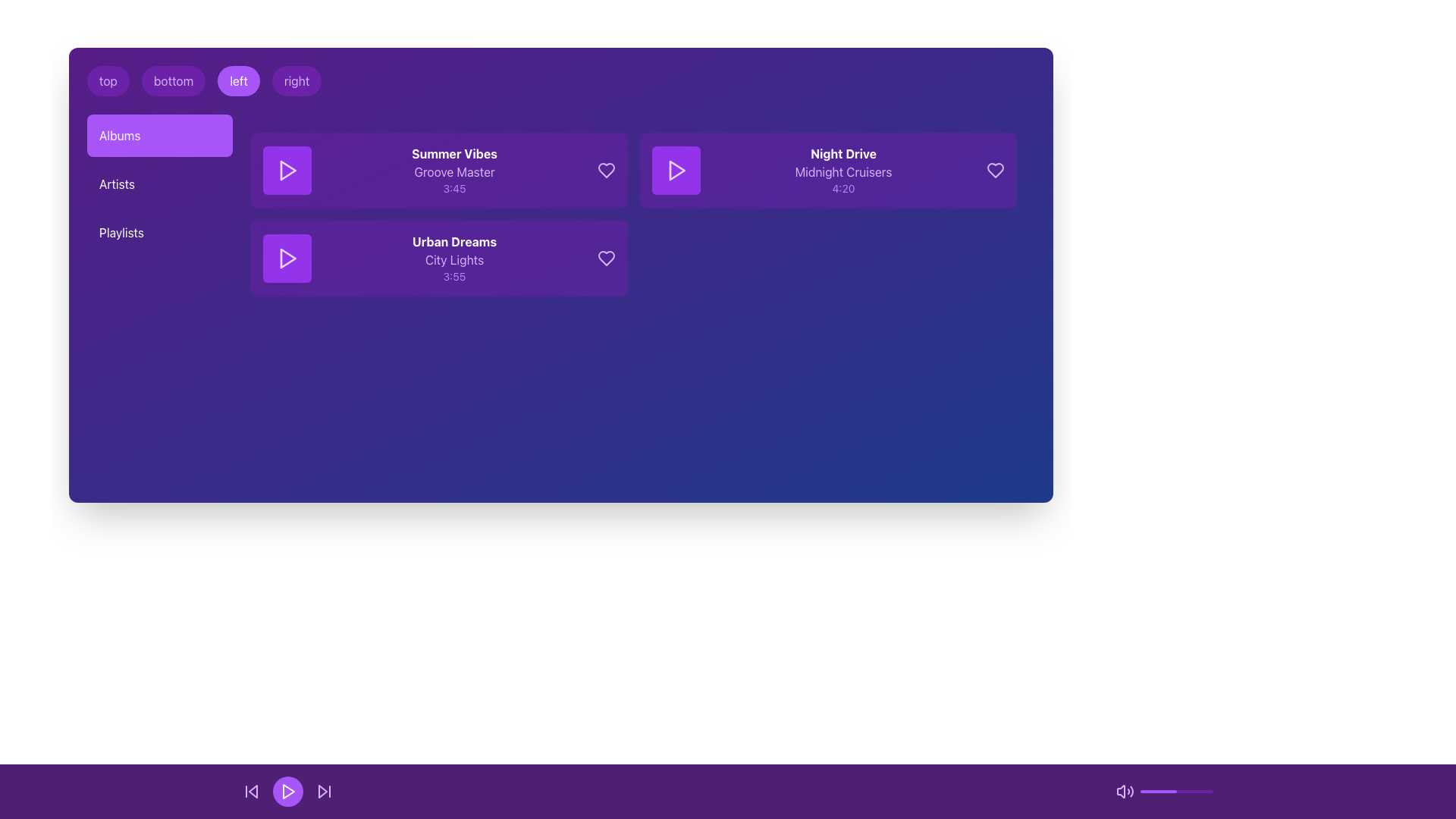 The height and width of the screenshot is (819, 1456). Describe the element at coordinates (238, 81) in the screenshot. I see `the 'left' button, which is the third button in a horizontal set of four buttons located near the top center of the interface` at that location.